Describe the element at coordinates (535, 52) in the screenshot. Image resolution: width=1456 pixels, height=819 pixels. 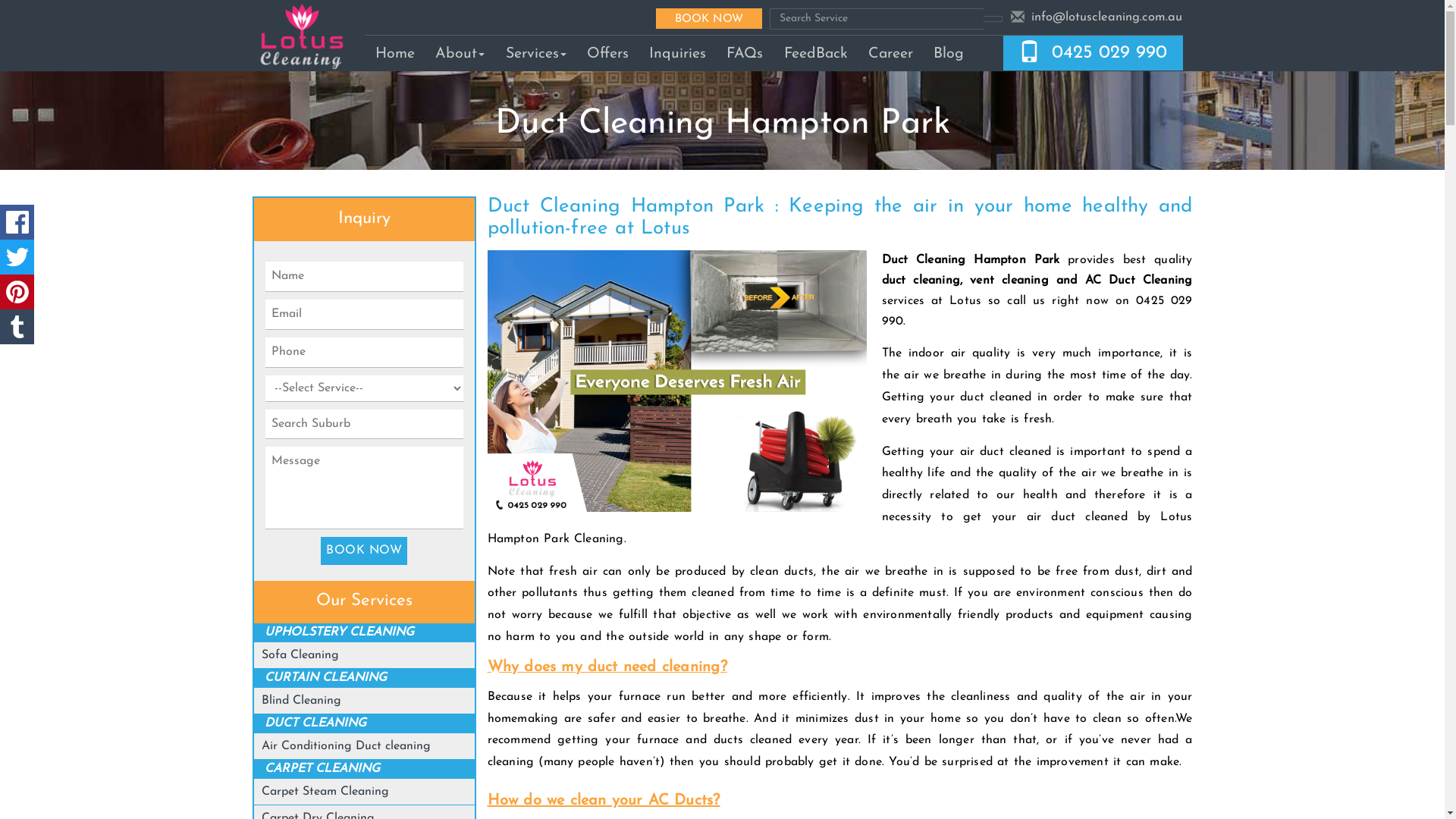
I see `'Services'` at that location.